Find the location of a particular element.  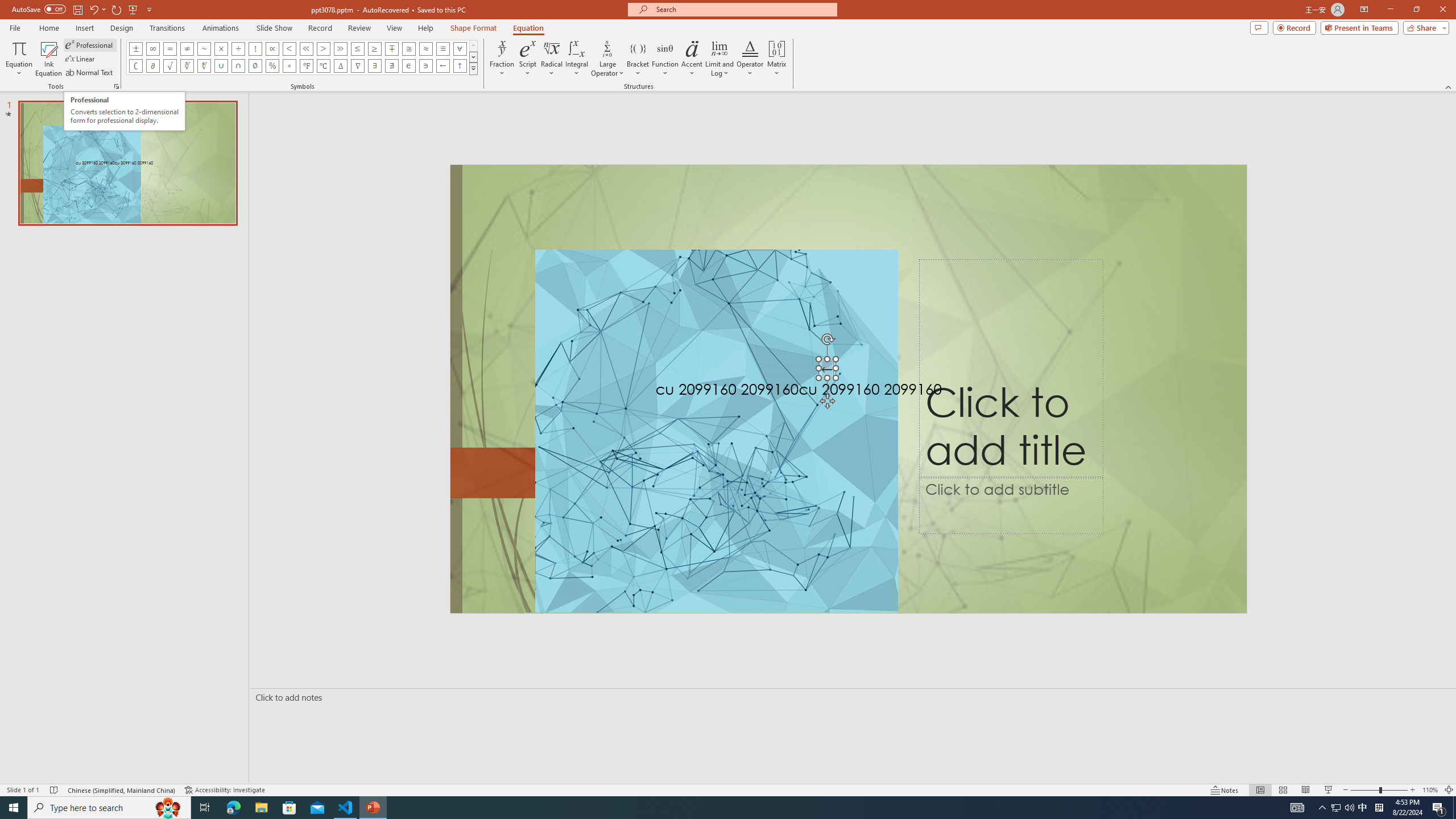

'Equation Symbol Union' is located at coordinates (221, 65).